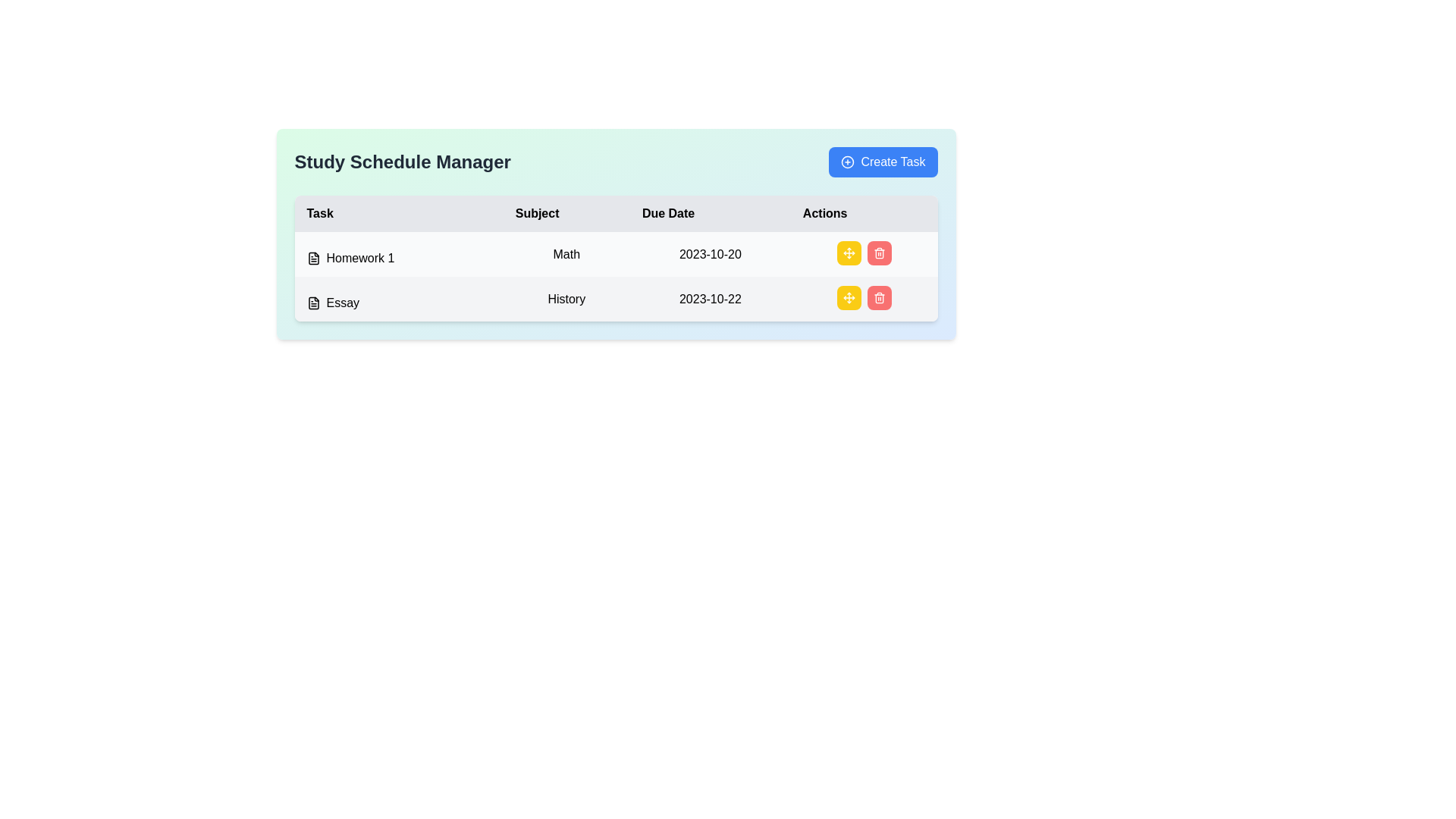 The image size is (1456, 819). What do you see at coordinates (399, 257) in the screenshot?
I see `the icon associated with the 'Homework 1' task label located in the first row under the 'Task' column` at bounding box center [399, 257].